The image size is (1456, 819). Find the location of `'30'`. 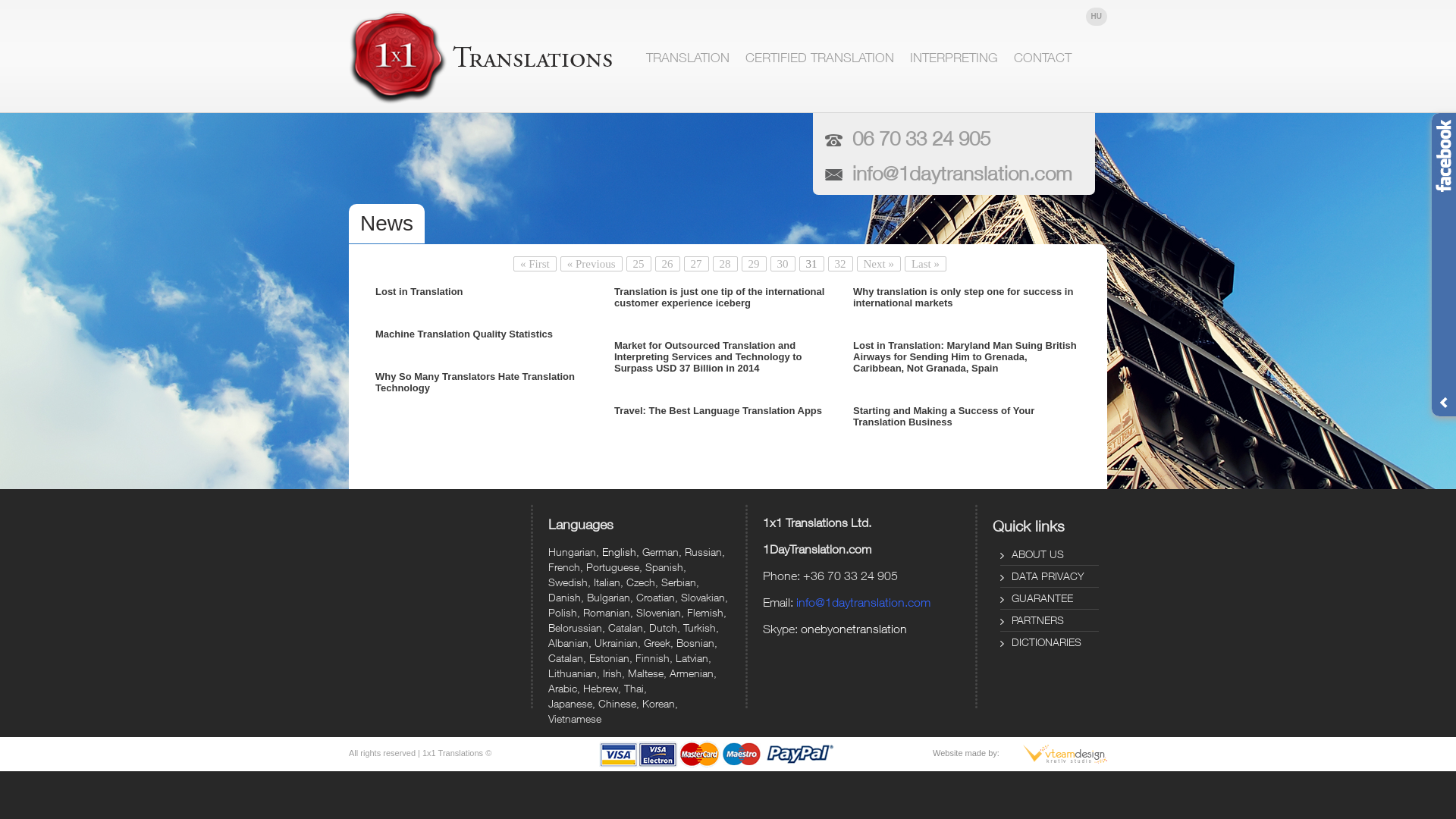

'30' is located at coordinates (783, 262).